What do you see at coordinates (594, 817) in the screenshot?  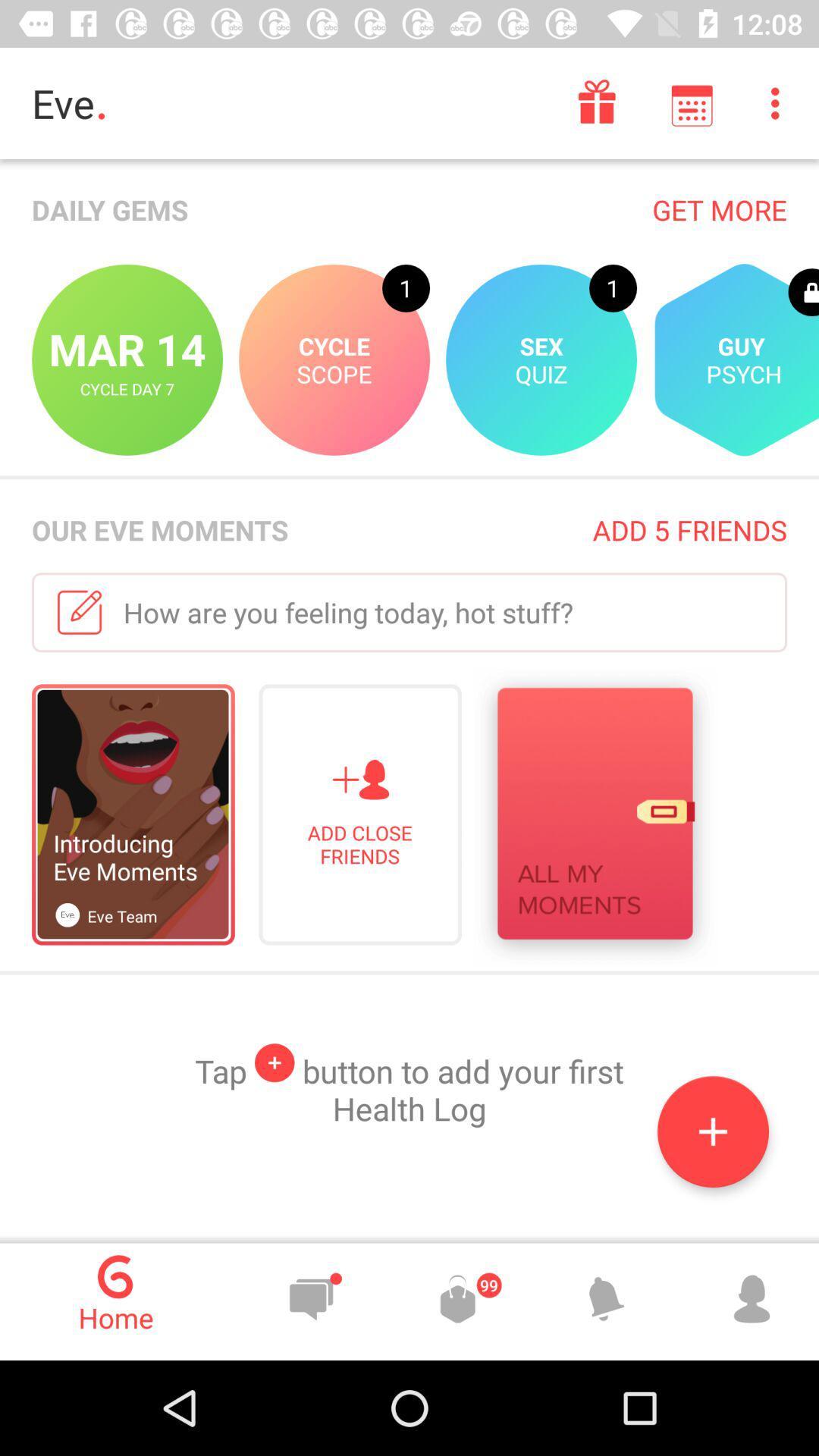 I see `item to the right of the add close` at bounding box center [594, 817].